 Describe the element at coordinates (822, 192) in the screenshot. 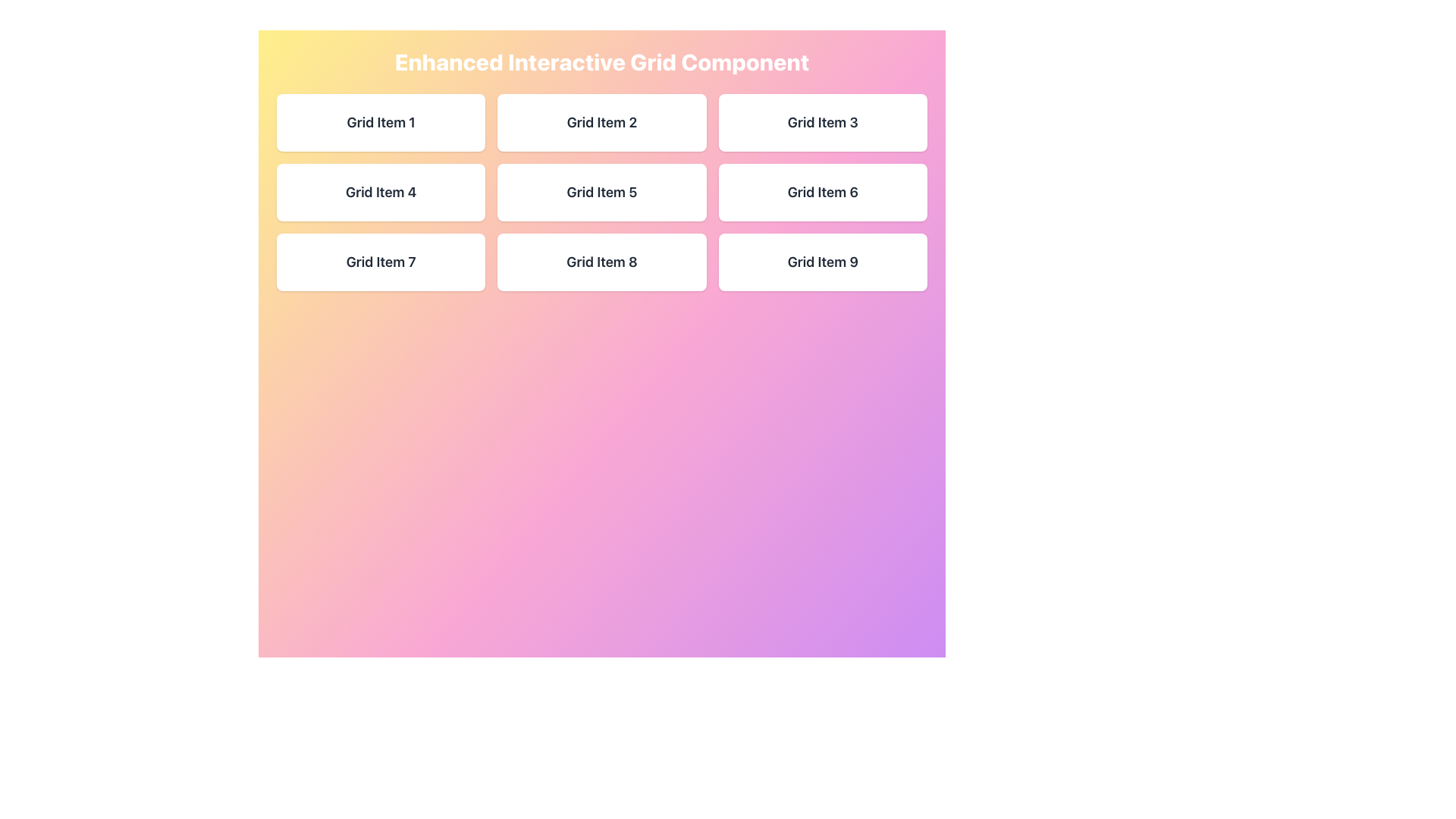

I see `to select the Grid item labeled 'Grid Item 6', which is a rectangular item with a white background and rounded corners located in the second row and third column of a 3x3 grid` at that location.